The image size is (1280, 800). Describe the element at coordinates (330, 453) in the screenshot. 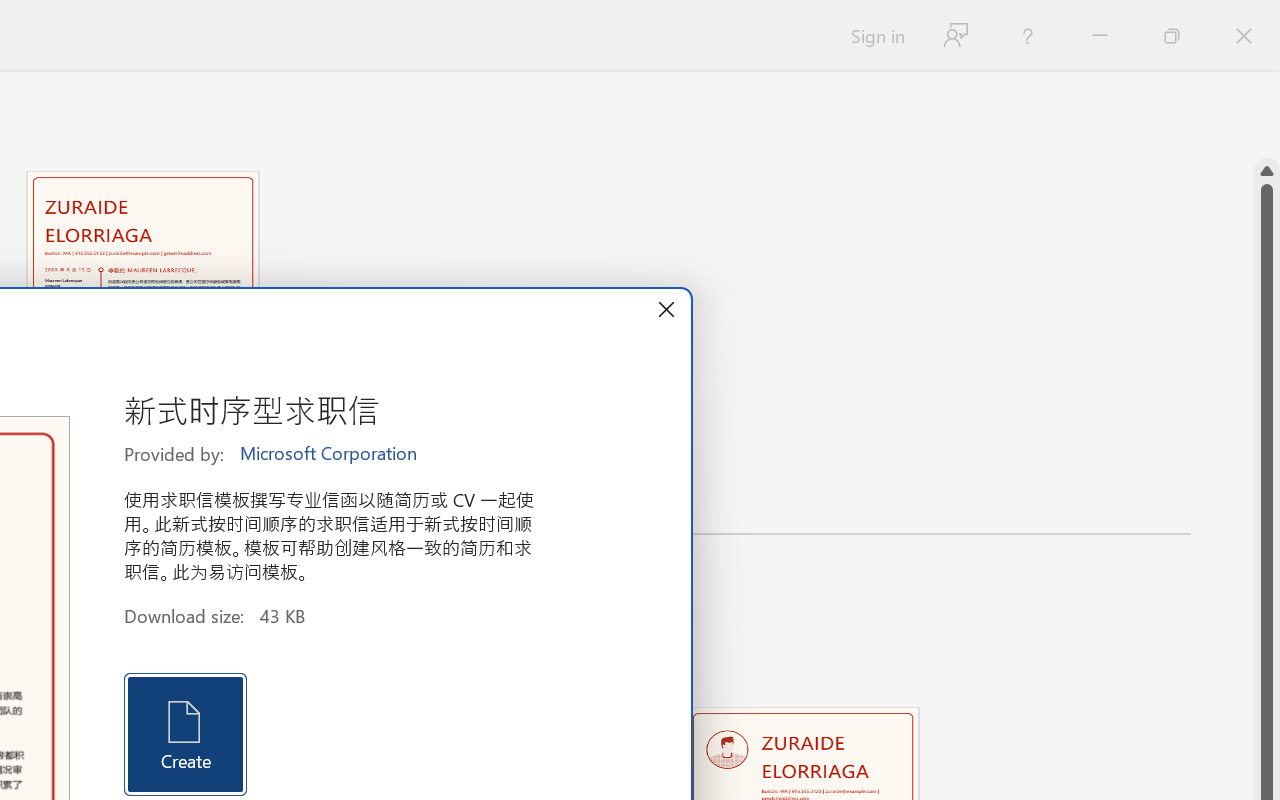

I see `'Microsoft Corporation'` at that location.